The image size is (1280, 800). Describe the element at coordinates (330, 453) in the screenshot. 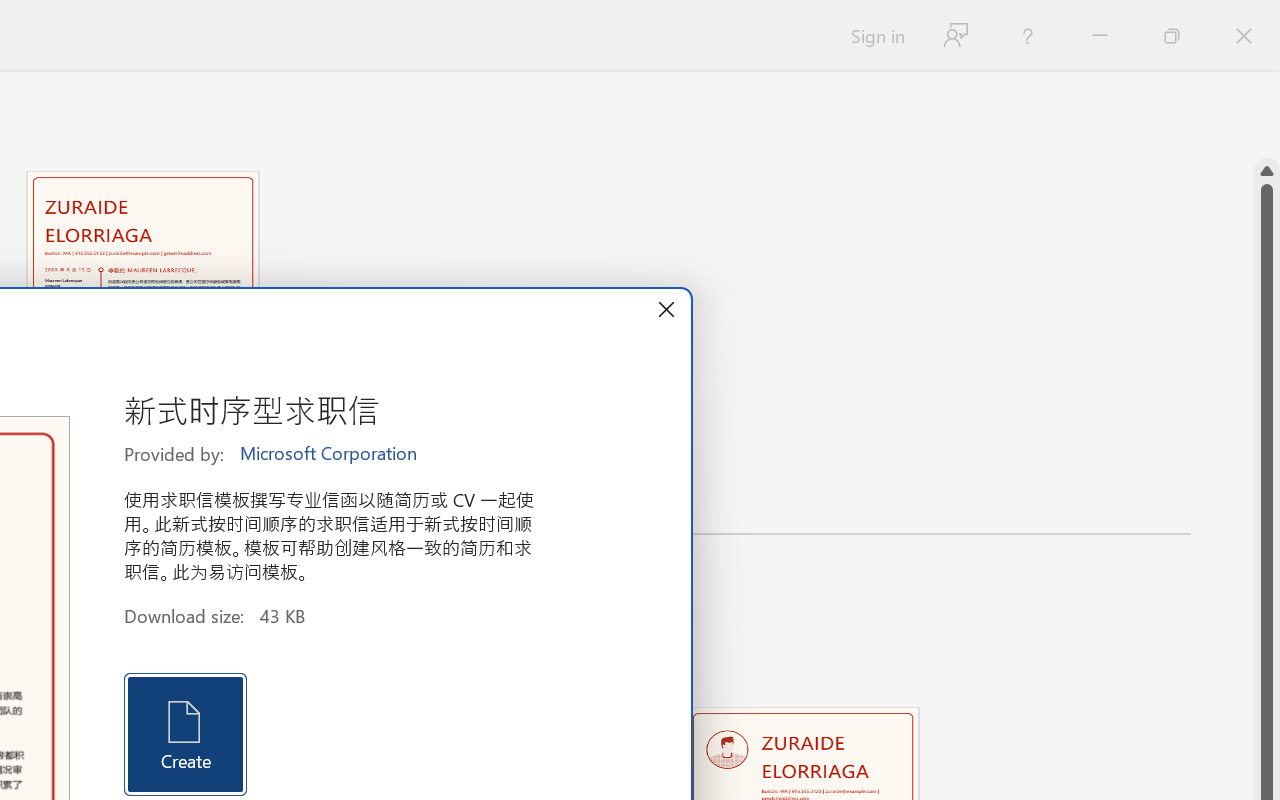

I see `'Microsoft Corporation'` at that location.